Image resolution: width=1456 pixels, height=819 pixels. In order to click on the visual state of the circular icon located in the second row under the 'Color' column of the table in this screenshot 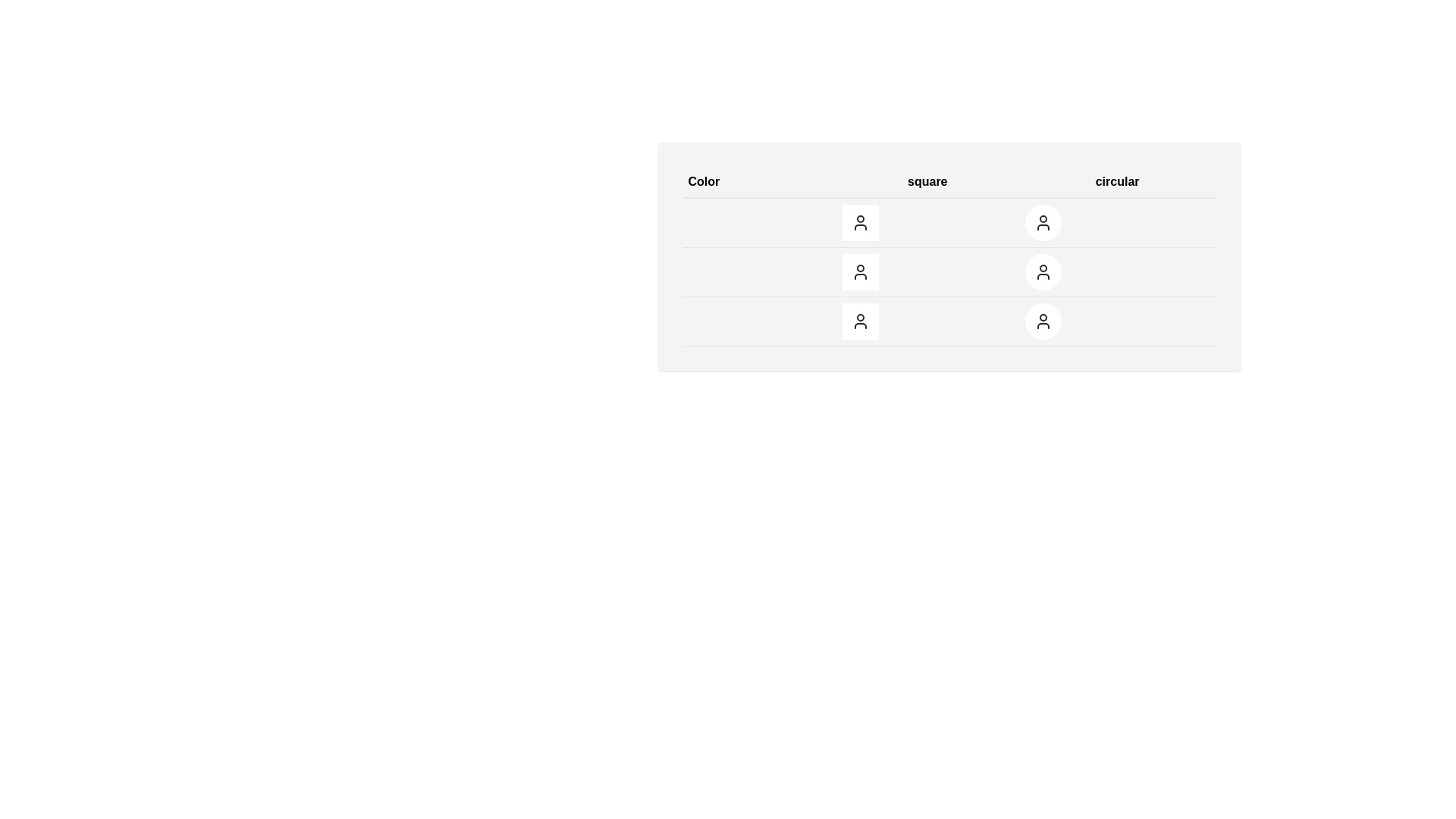, I will do `click(699, 271)`.